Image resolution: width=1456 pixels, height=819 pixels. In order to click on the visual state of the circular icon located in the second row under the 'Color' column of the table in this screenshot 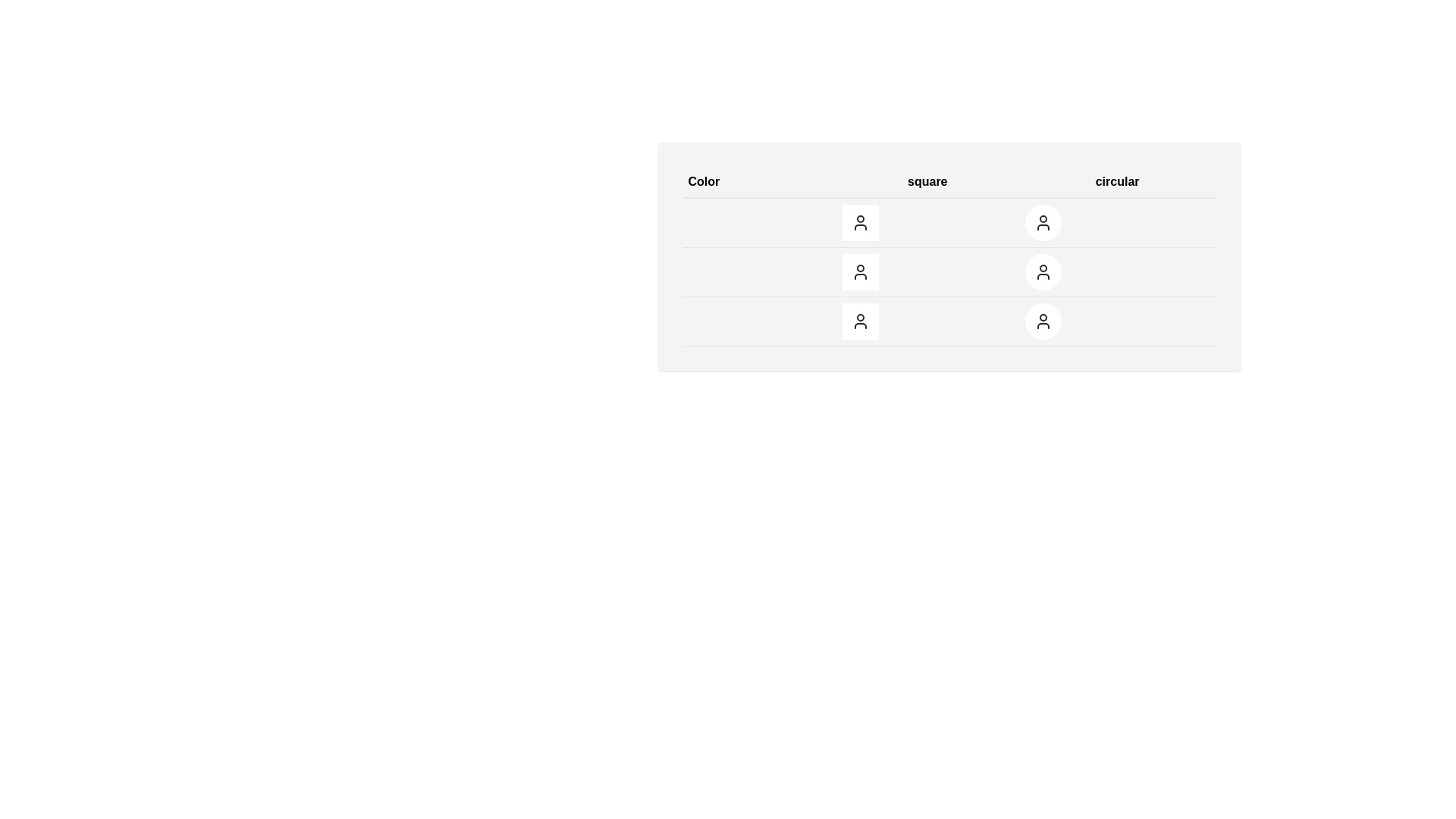, I will do `click(699, 271)`.